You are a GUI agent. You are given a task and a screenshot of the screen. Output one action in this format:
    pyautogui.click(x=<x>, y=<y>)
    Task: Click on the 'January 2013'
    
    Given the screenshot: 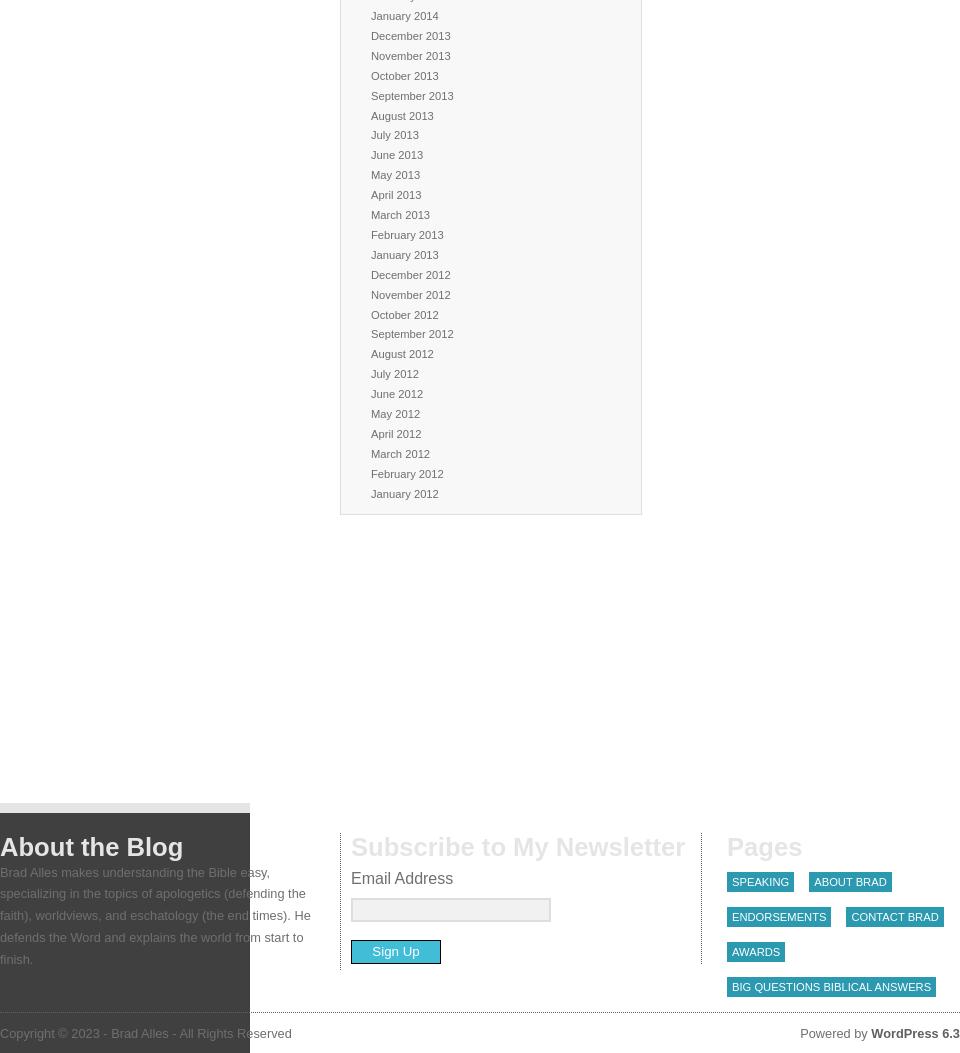 What is the action you would take?
    pyautogui.click(x=403, y=252)
    